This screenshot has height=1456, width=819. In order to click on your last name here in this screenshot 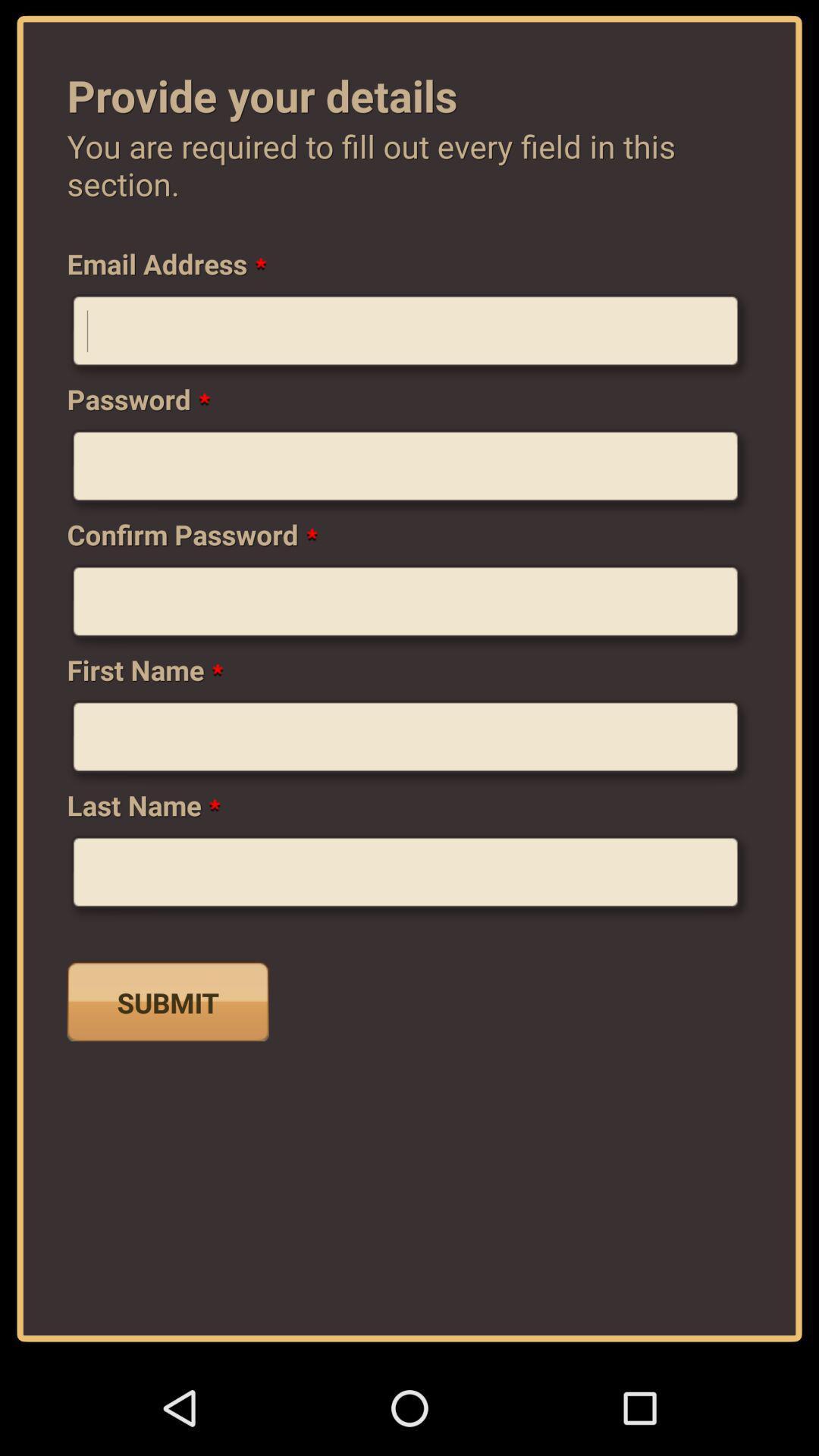, I will do `click(409, 877)`.